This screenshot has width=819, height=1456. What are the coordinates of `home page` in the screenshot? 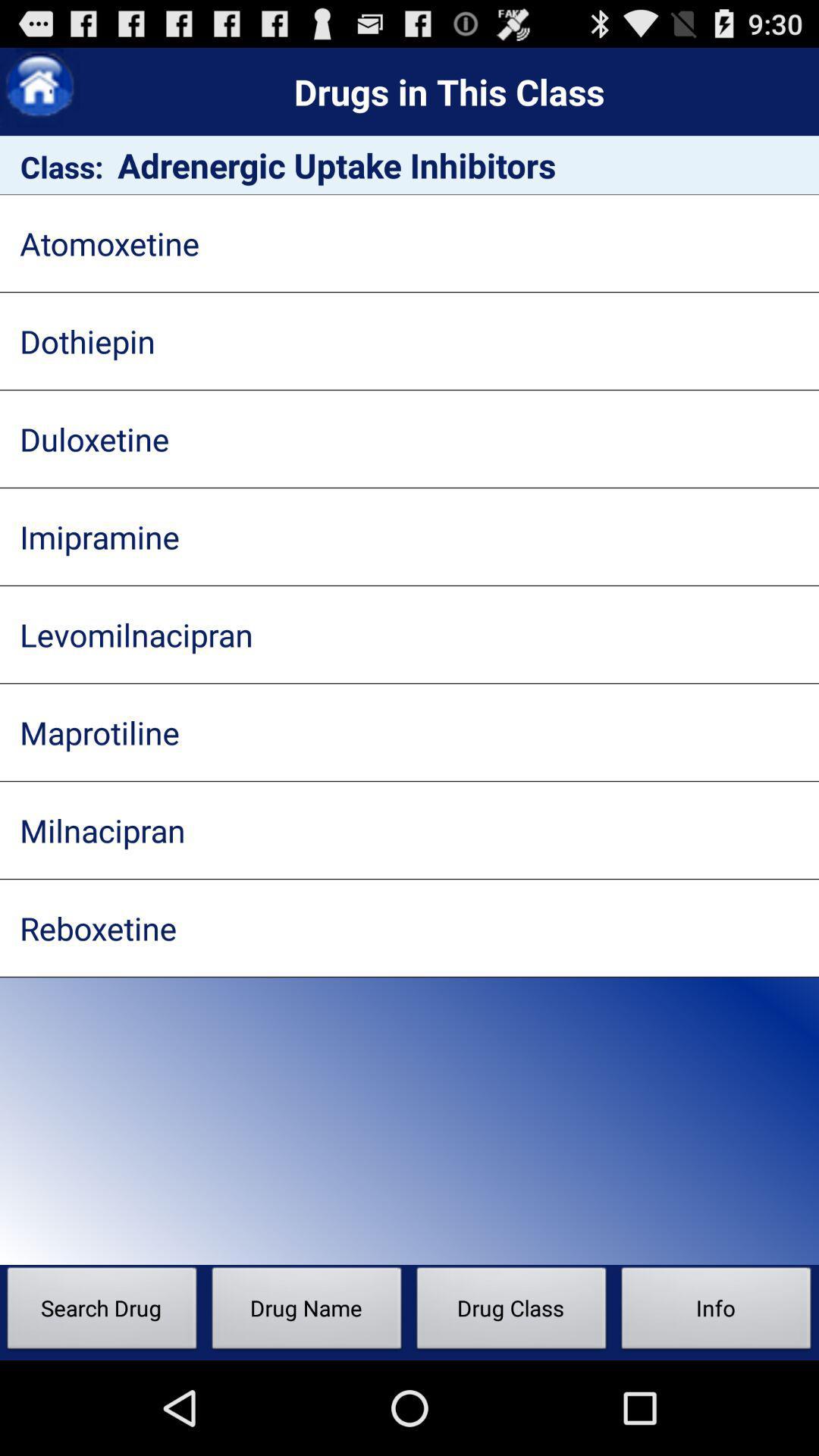 It's located at (39, 86).